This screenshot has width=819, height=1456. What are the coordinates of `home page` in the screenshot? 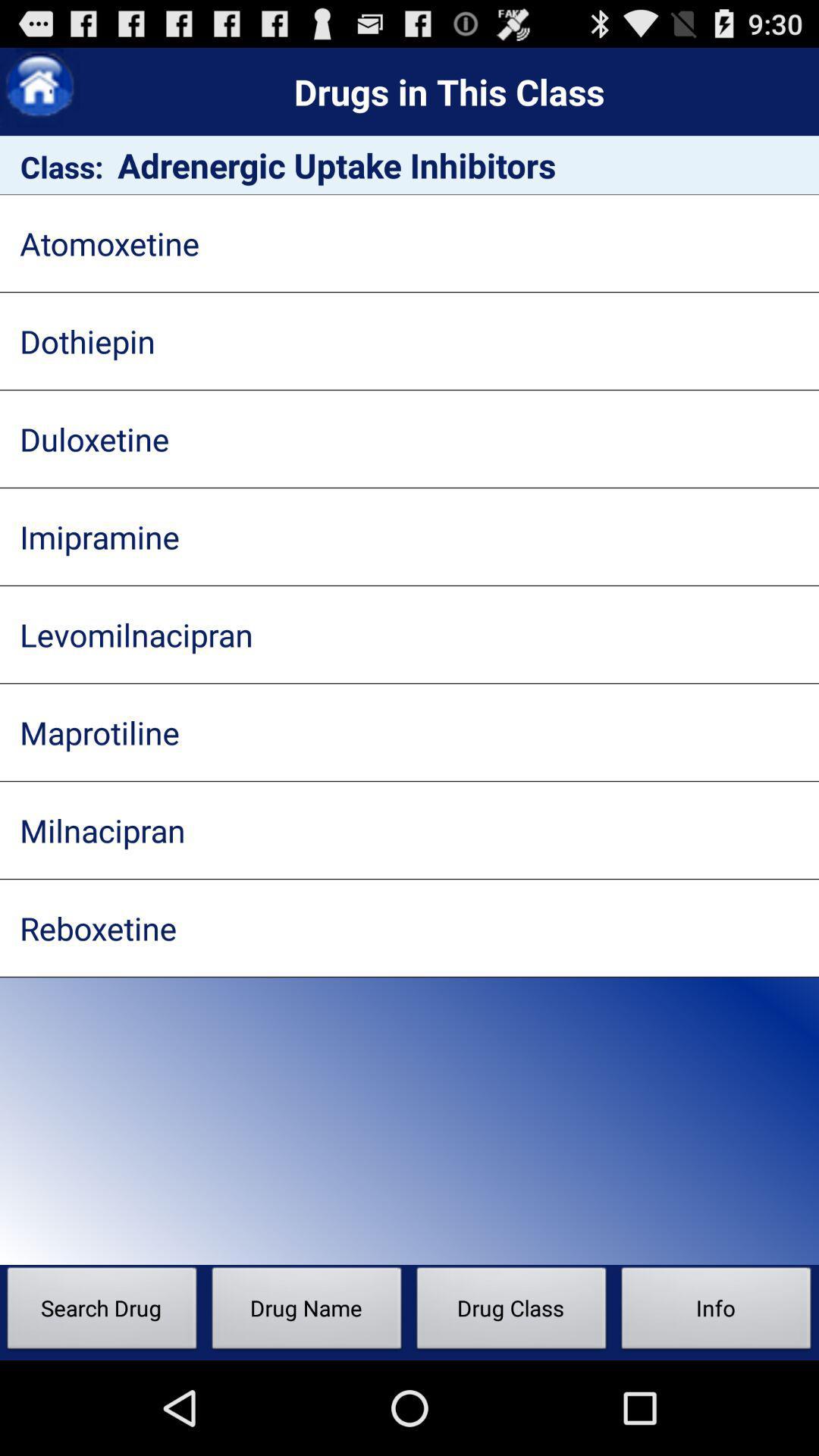 It's located at (39, 86).